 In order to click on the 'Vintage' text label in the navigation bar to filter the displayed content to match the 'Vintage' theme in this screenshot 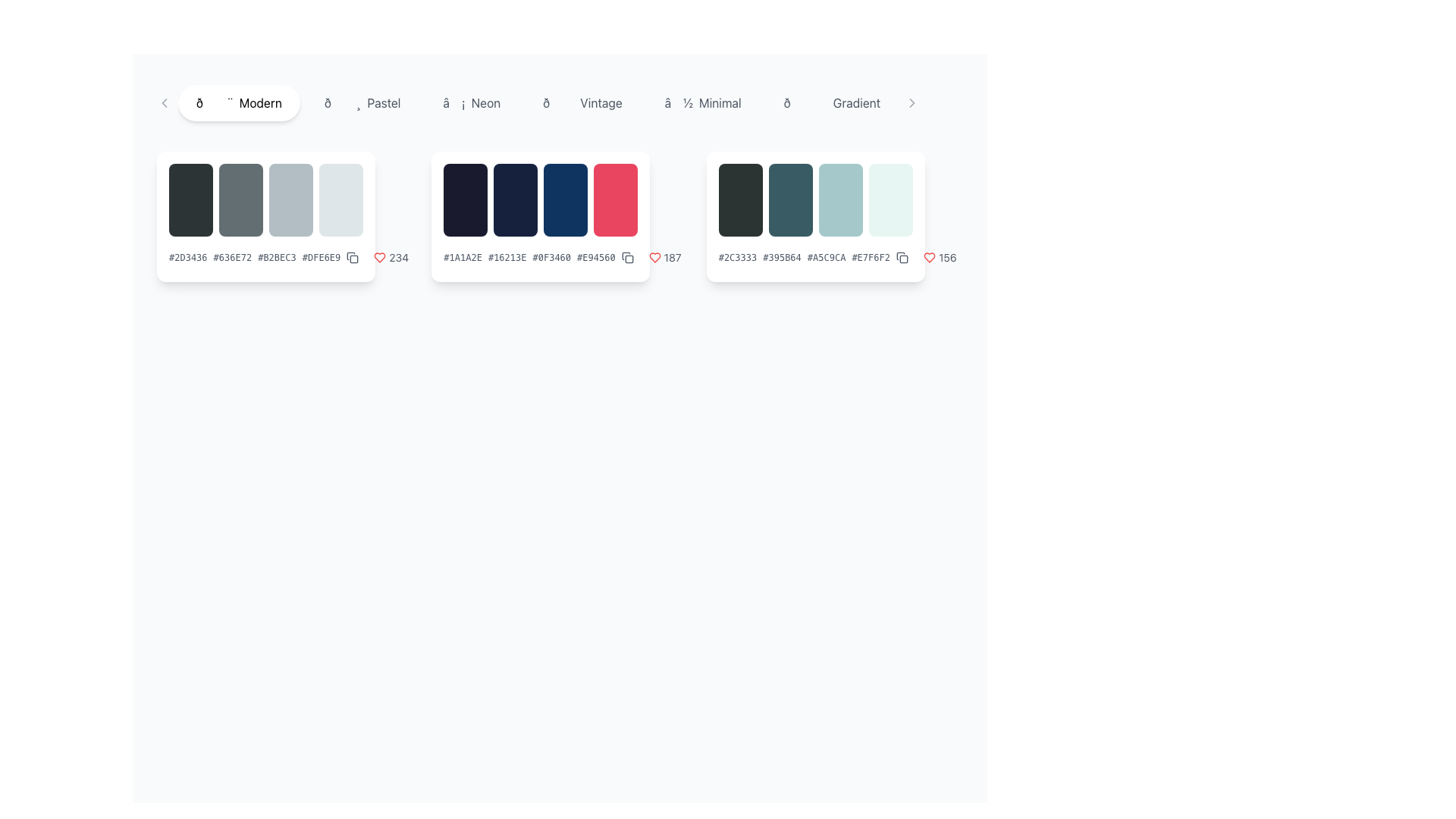, I will do `click(600, 102)`.